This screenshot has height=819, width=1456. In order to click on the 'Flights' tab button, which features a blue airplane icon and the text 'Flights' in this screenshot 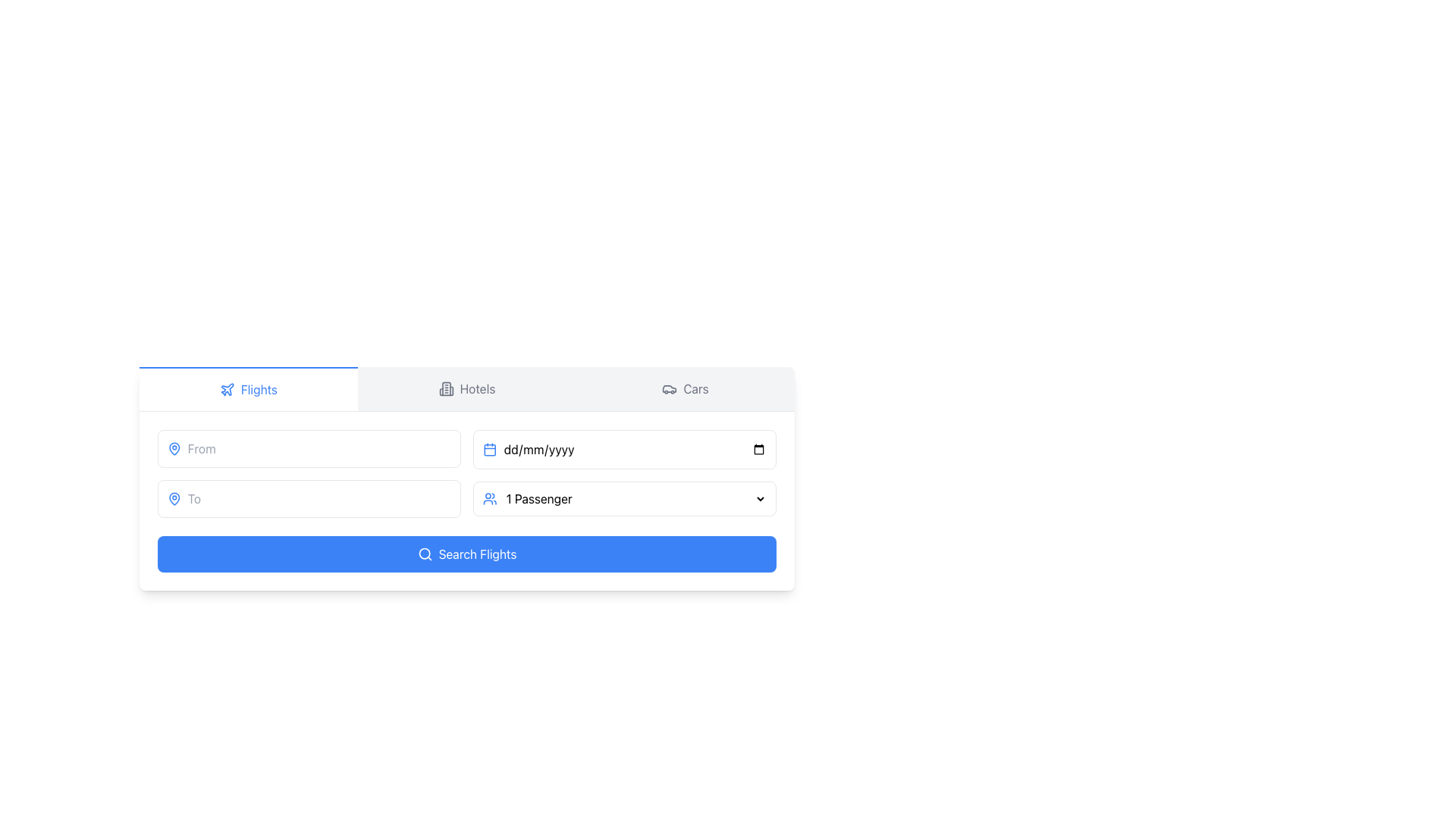, I will do `click(248, 388)`.